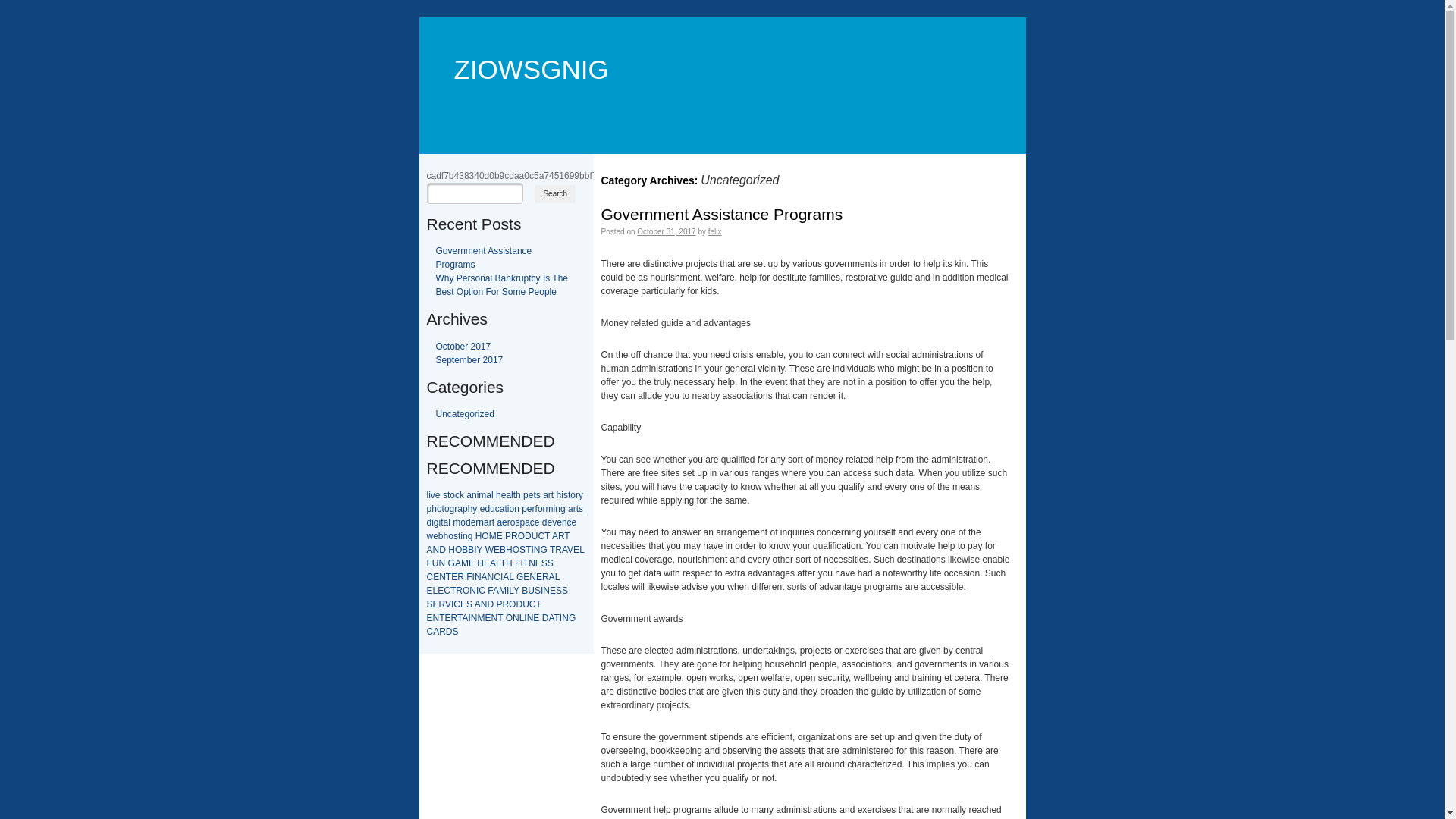 This screenshot has height=819, width=1456. I want to click on 'a', so click(468, 494).